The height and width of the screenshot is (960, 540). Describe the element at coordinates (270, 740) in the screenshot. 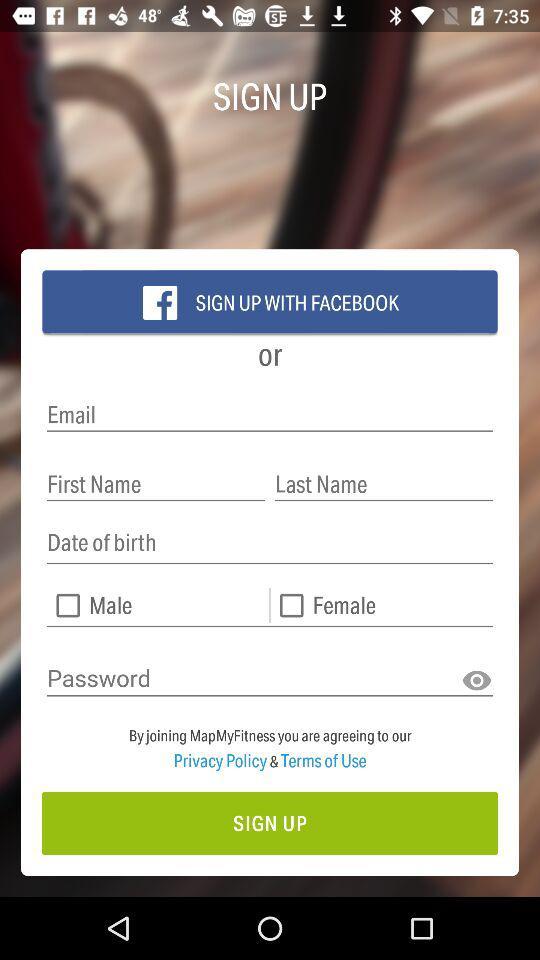

I see `the text above sign up` at that location.